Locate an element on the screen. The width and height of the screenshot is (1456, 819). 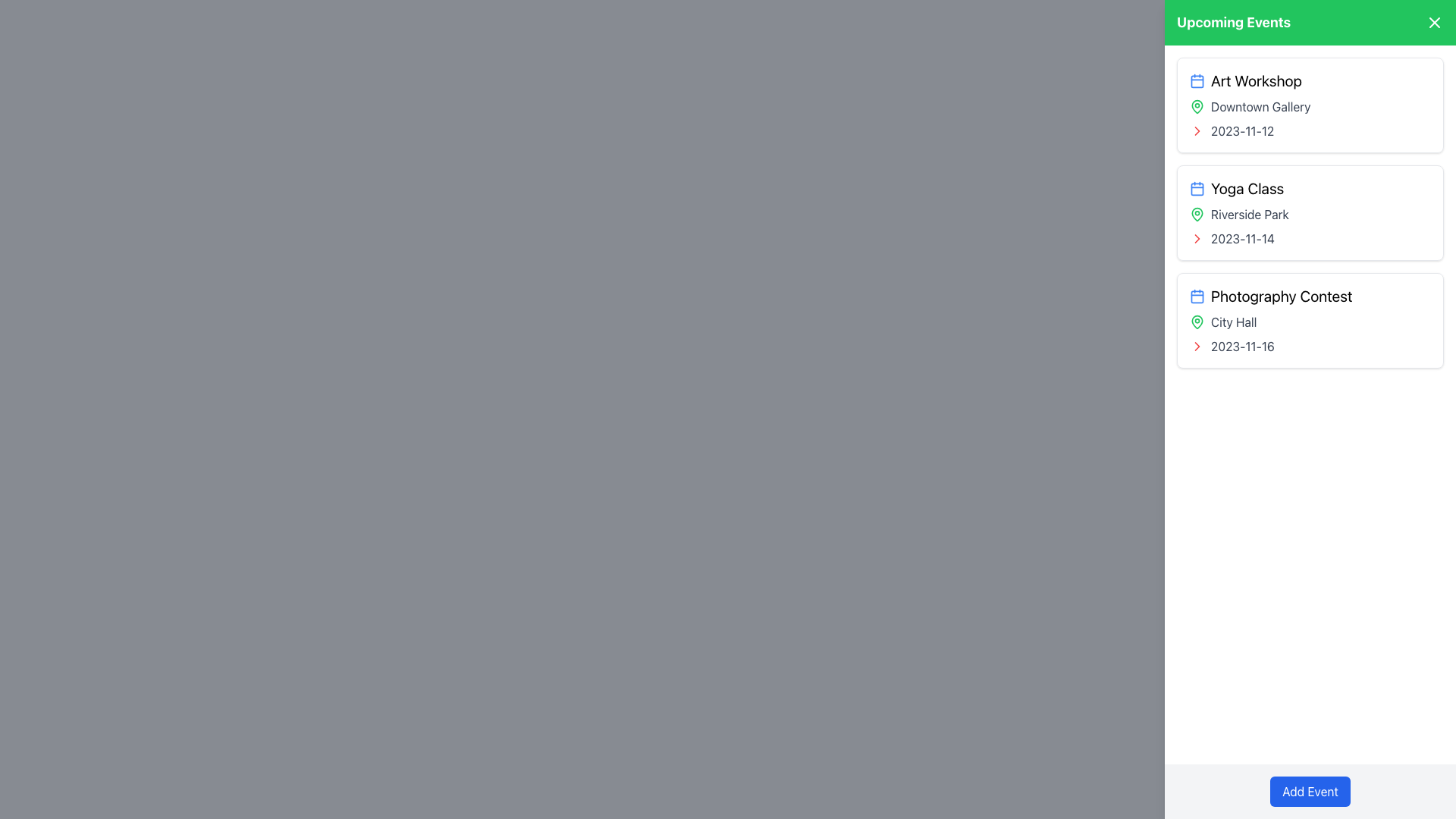
text label that serves as the title for the 'Photography Contest' event, which is part of the event's informational card and is located in the third item of the 'Upcoming Events' list in the right sidebar is located at coordinates (1310, 296).